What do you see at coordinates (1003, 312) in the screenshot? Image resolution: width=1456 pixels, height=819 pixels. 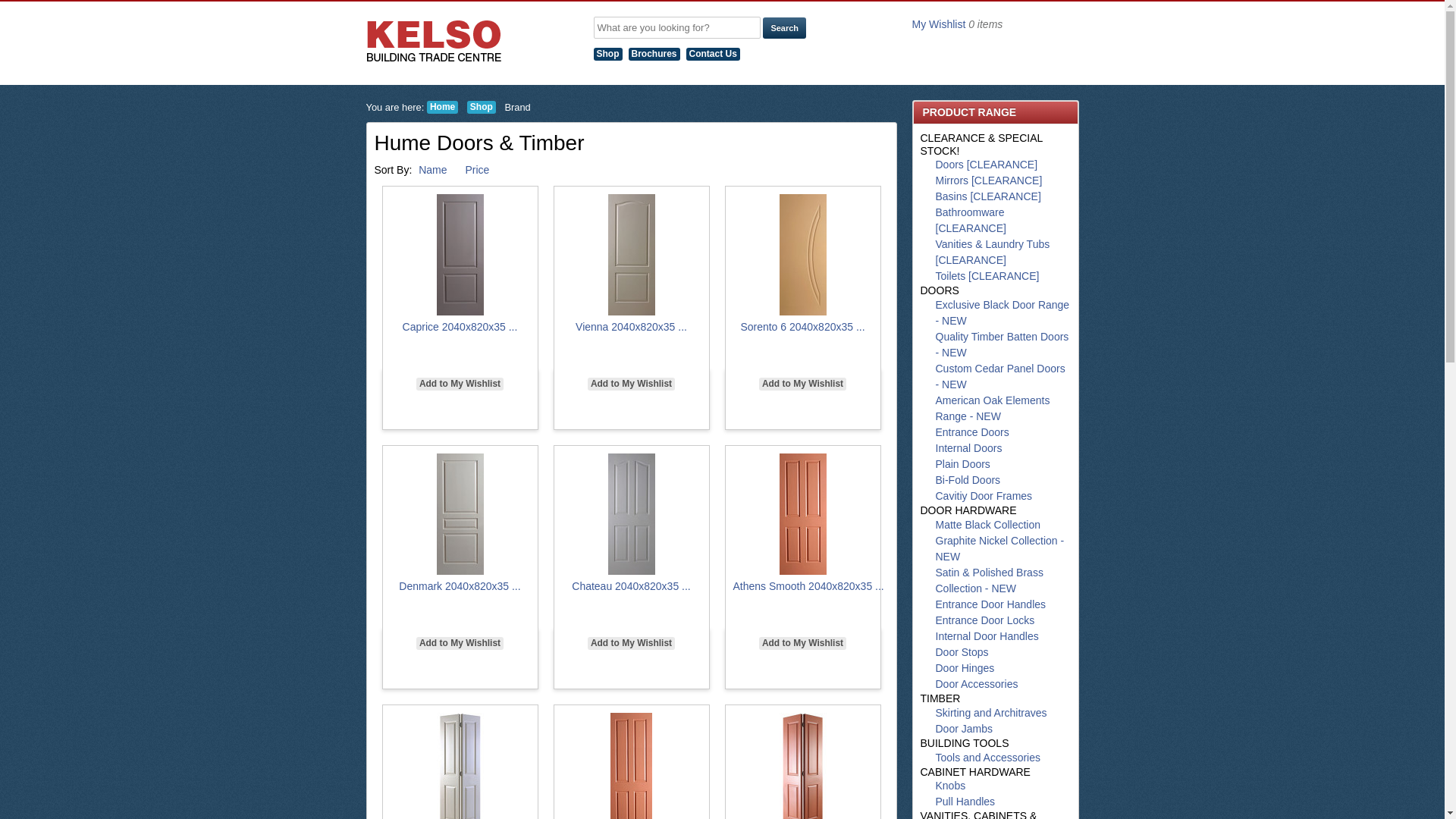 I see `'Exclusive Black Door Range - NEW'` at bounding box center [1003, 312].